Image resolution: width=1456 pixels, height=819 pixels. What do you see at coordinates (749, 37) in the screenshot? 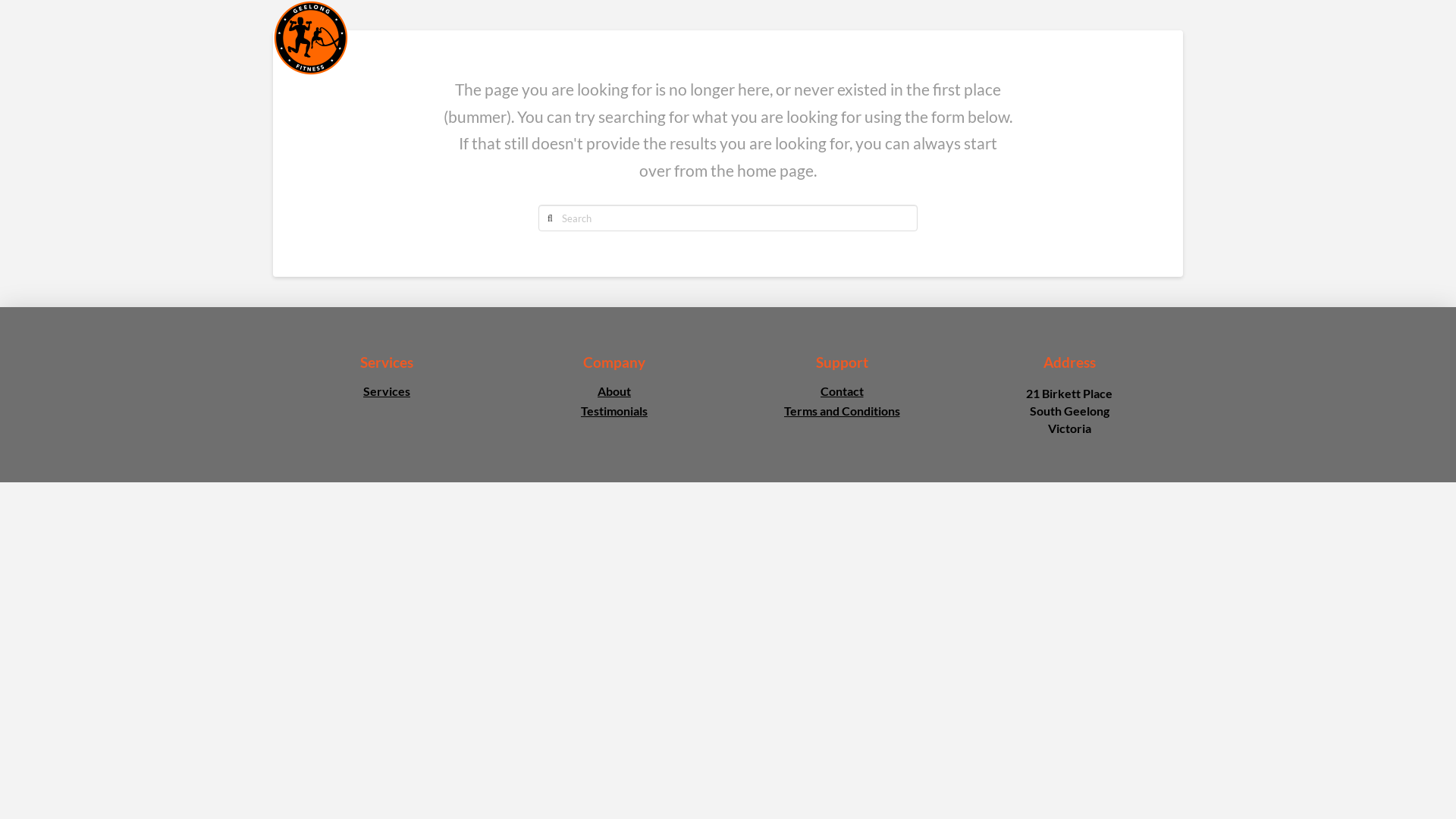
I see `'SERVICES'` at bounding box center [749, 37].